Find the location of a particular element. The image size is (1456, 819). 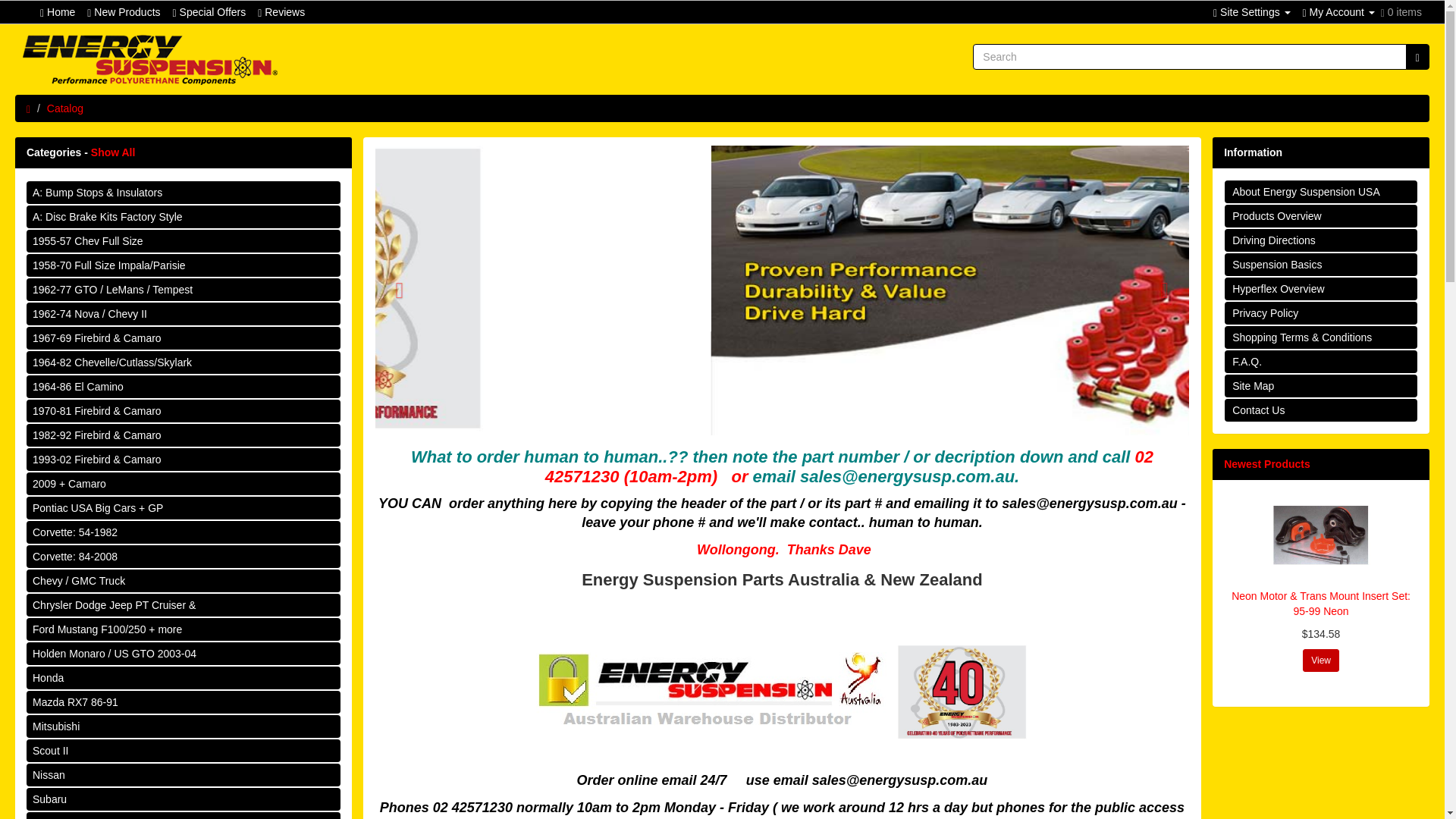

'My Account' is located at coordinates (1338, 11).